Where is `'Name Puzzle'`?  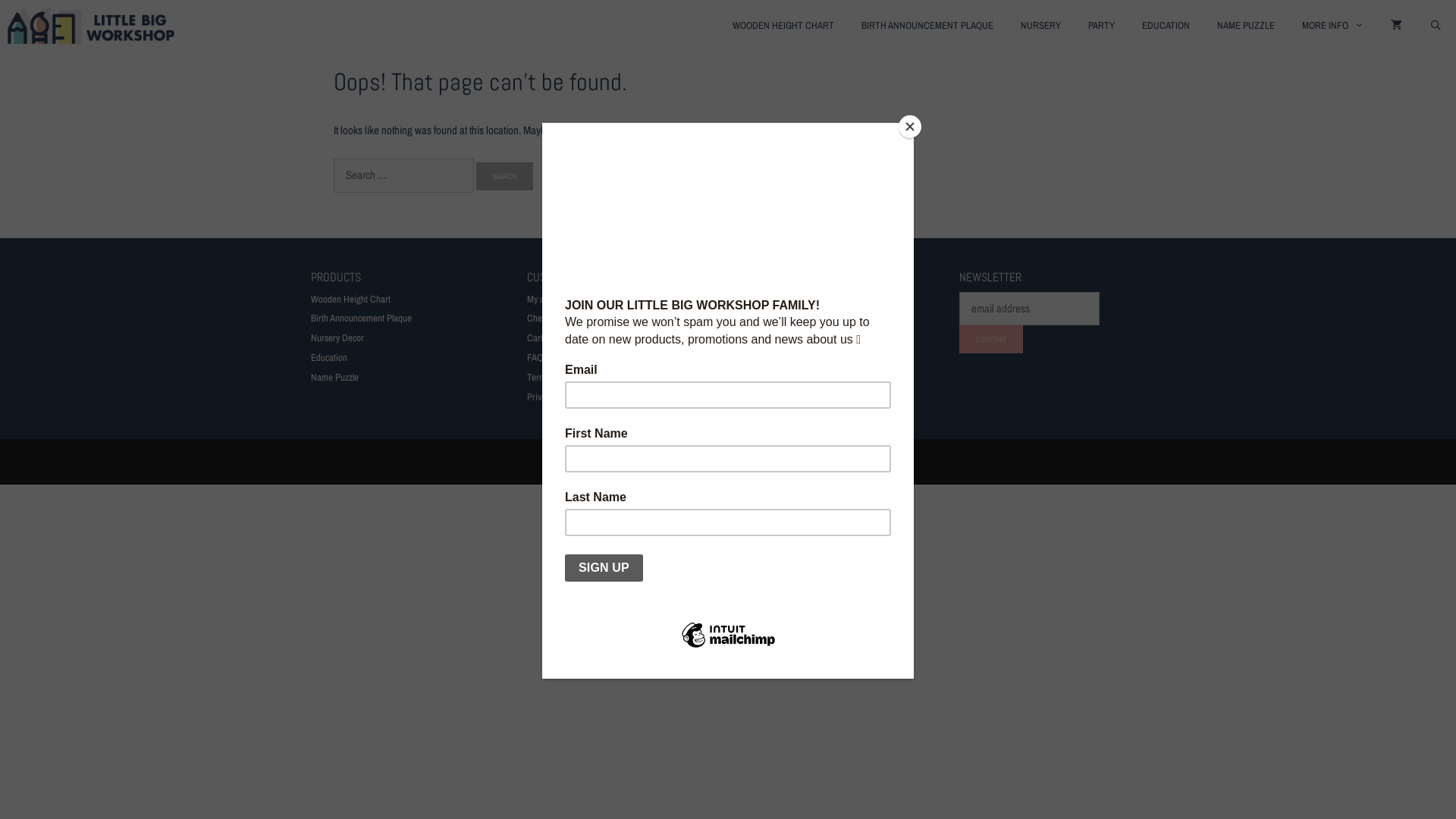
'Name Puzzle' is located at coordinates (334, 376).